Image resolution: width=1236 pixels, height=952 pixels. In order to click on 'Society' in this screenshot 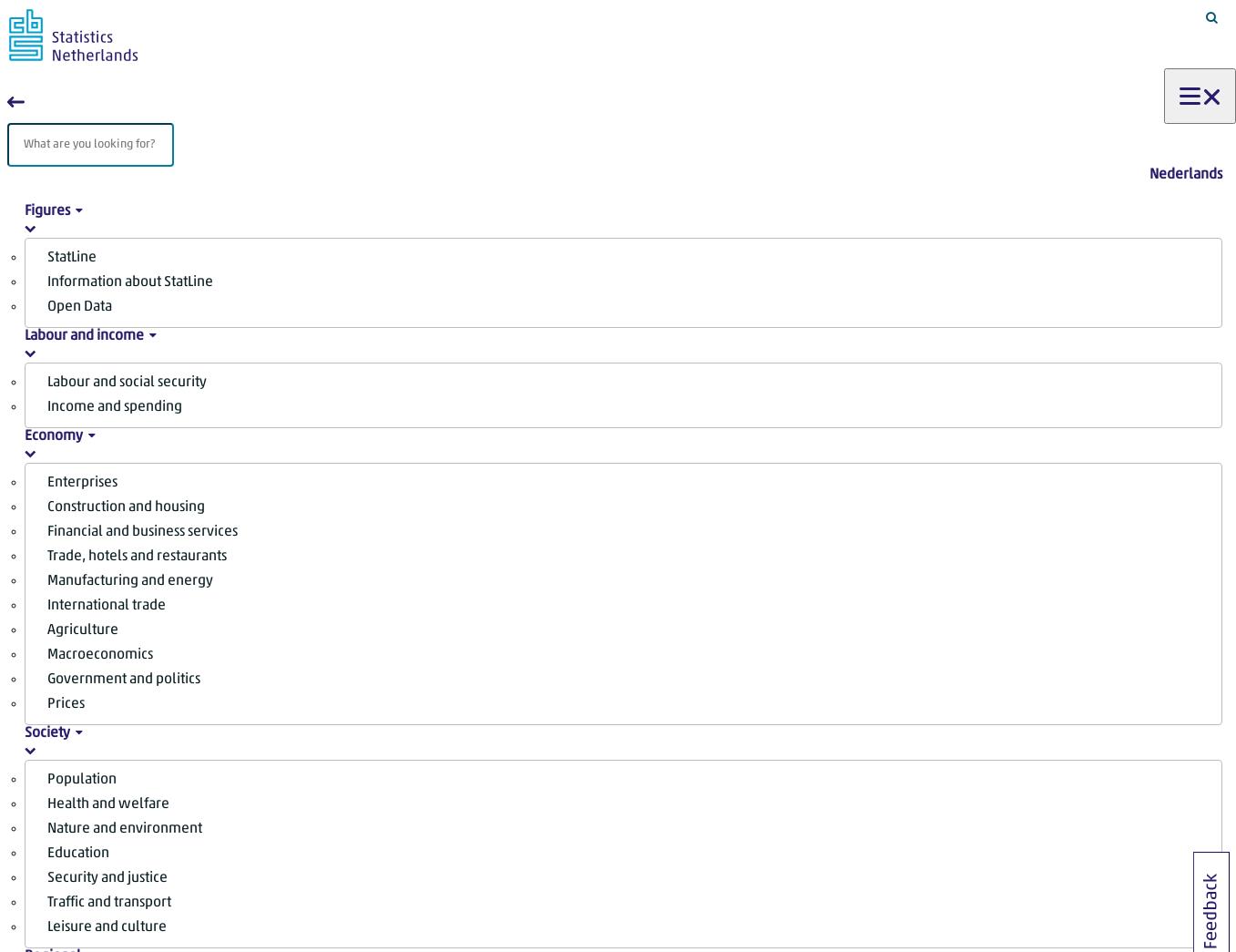, I will do `click(46, 732)`.